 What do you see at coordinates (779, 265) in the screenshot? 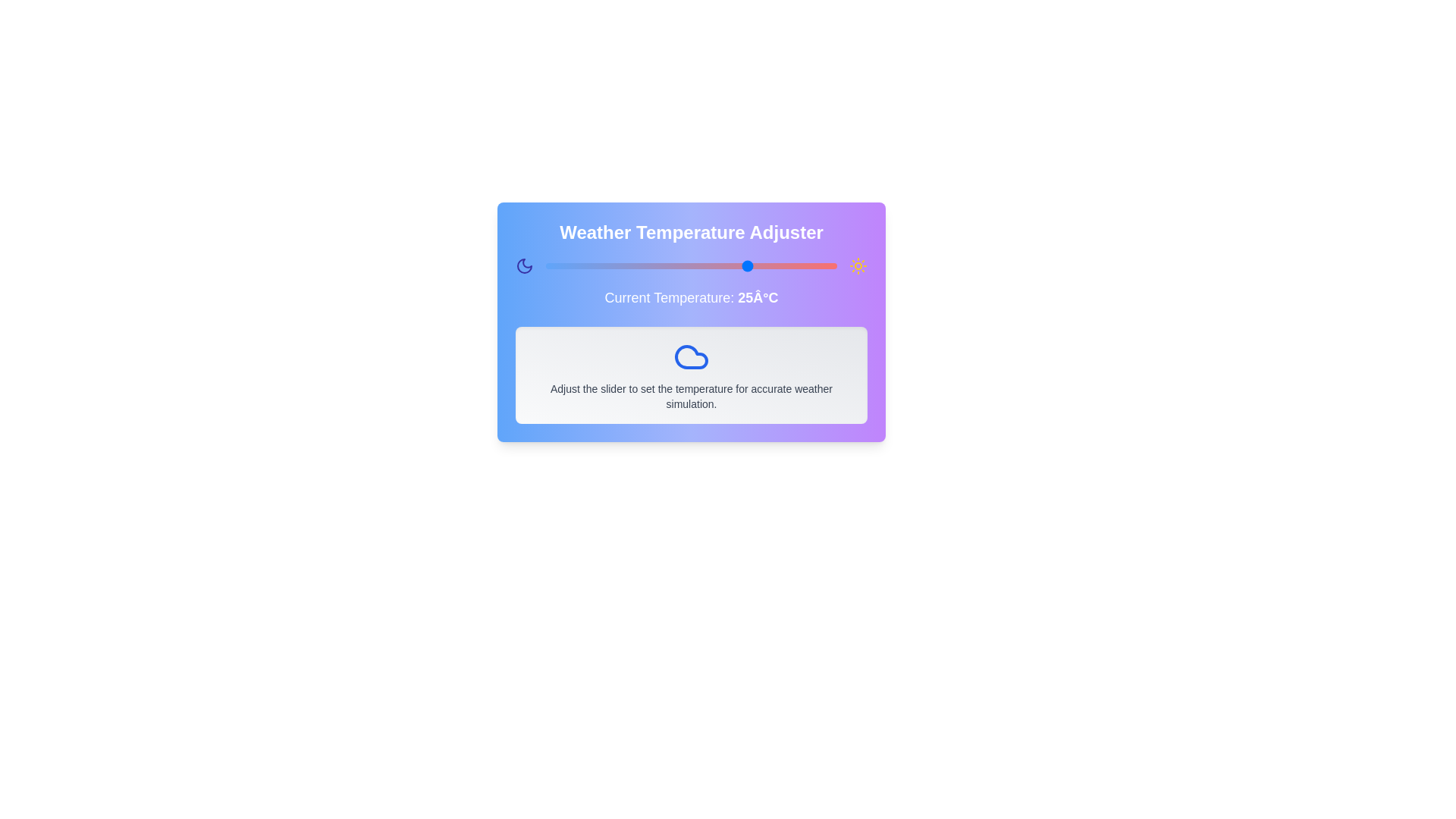
I see `the temperature slider to set the temperature to 30 degrees Celsius` at bounding box center [779, 265].